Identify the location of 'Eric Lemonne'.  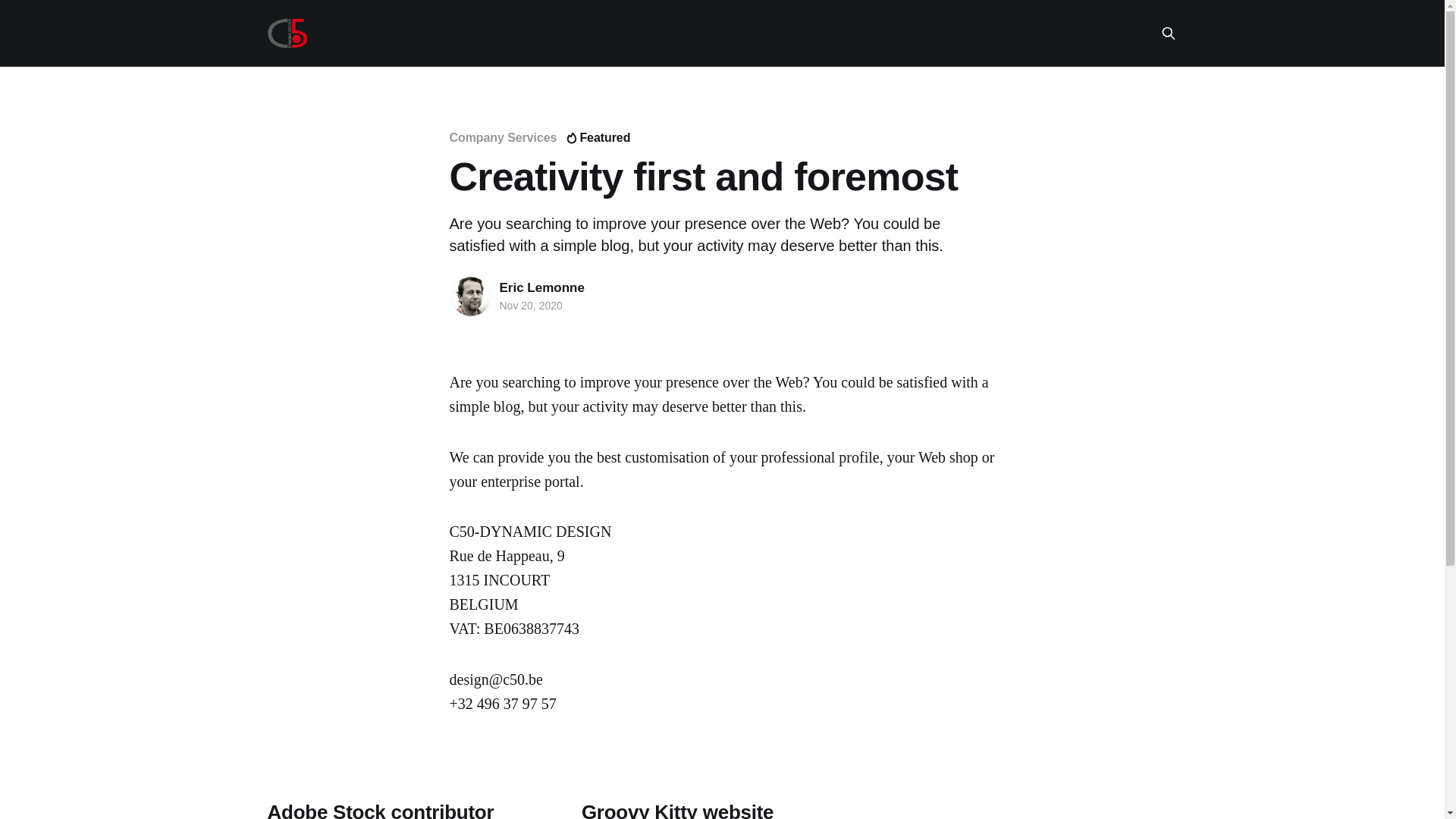
(498, 287).